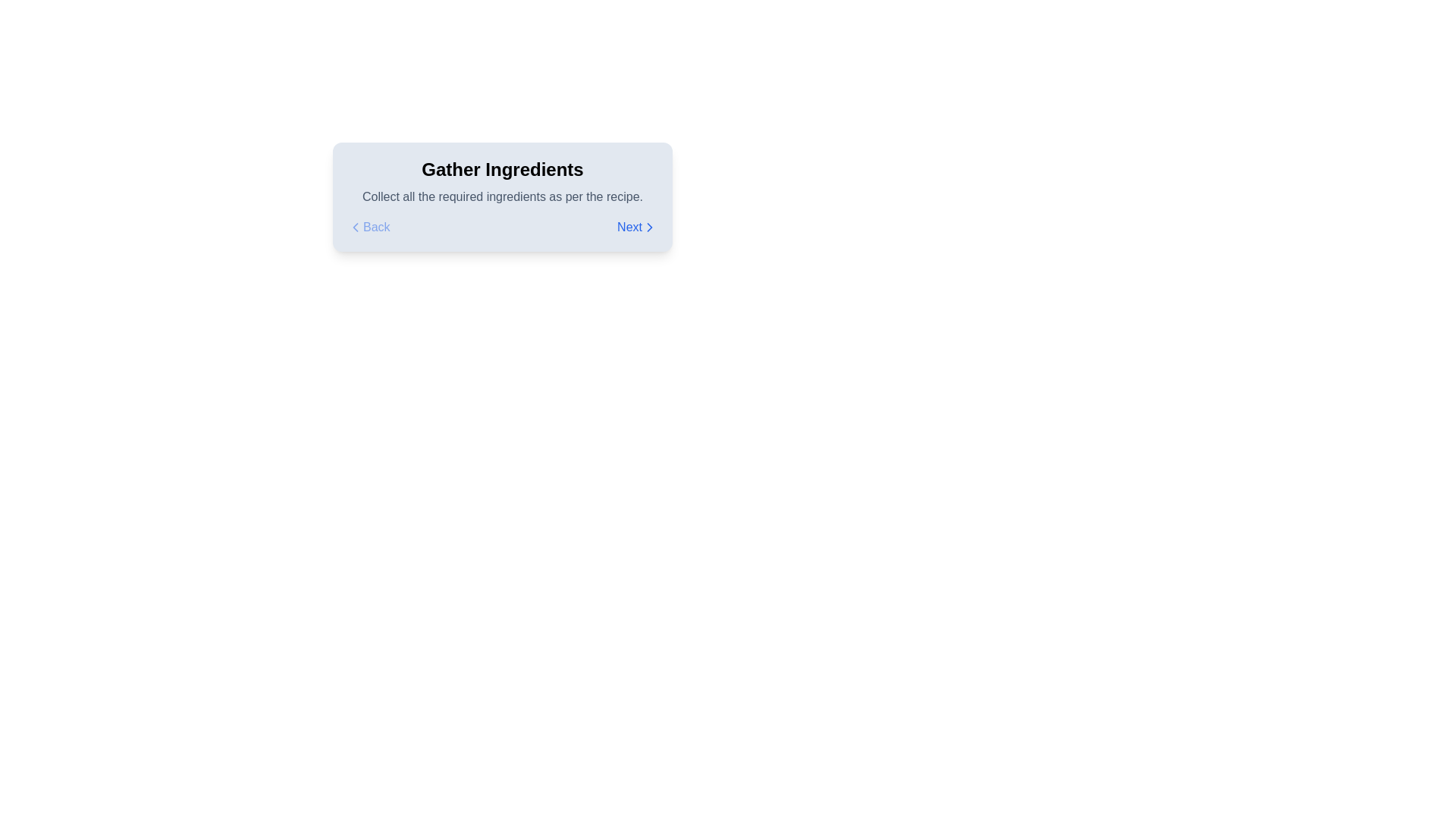  What do you see at coordinates (369, 227) in the screenshot?
I see `the 'Back' button styled with blue text and a left arrow icon` at bounding box center [369, 227].